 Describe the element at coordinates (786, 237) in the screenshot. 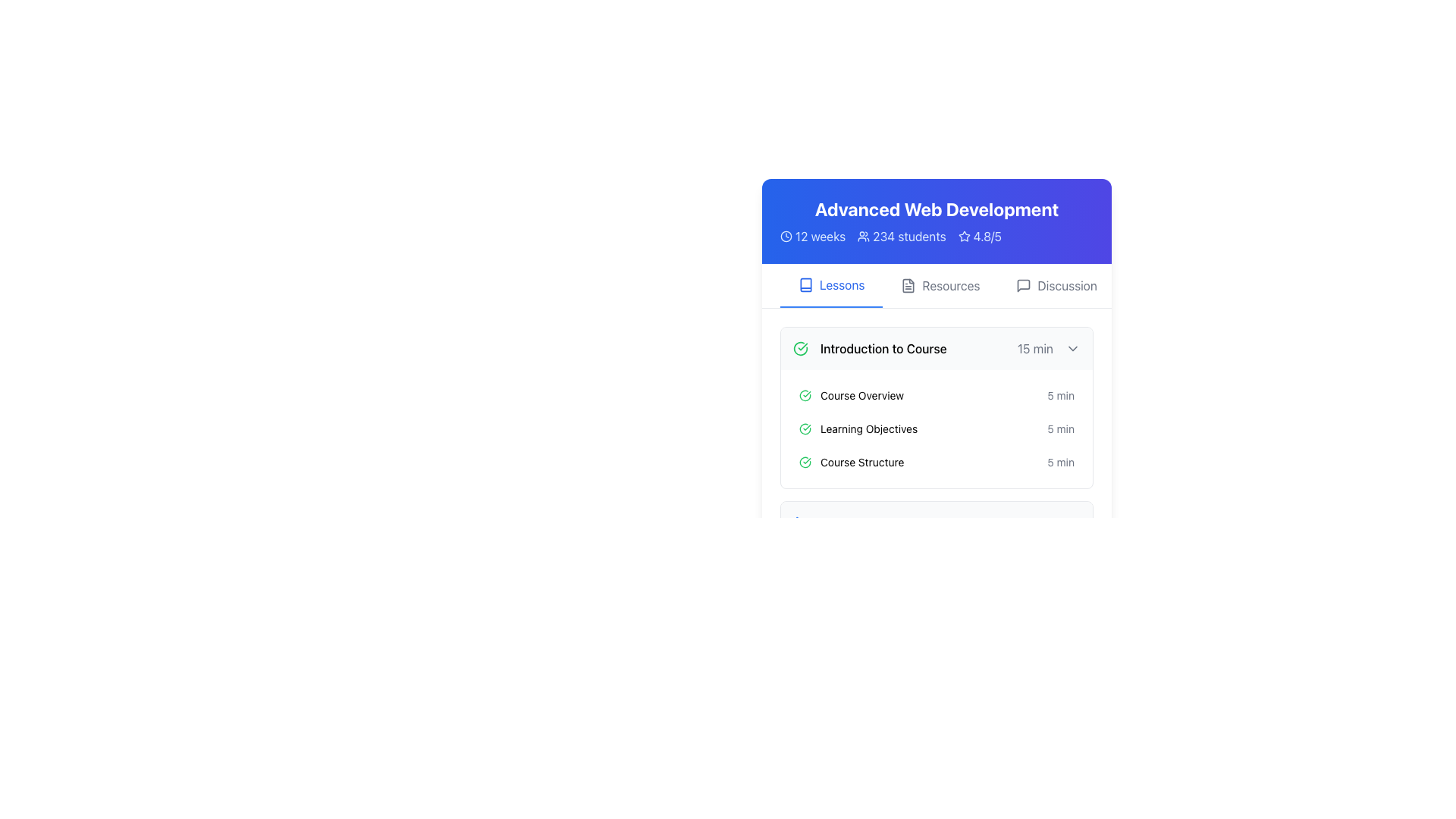

I see `the clock icon located in the header area of the 'Advanced Web Development' card, which is a minimalistic circular design representing time duration` at that location.